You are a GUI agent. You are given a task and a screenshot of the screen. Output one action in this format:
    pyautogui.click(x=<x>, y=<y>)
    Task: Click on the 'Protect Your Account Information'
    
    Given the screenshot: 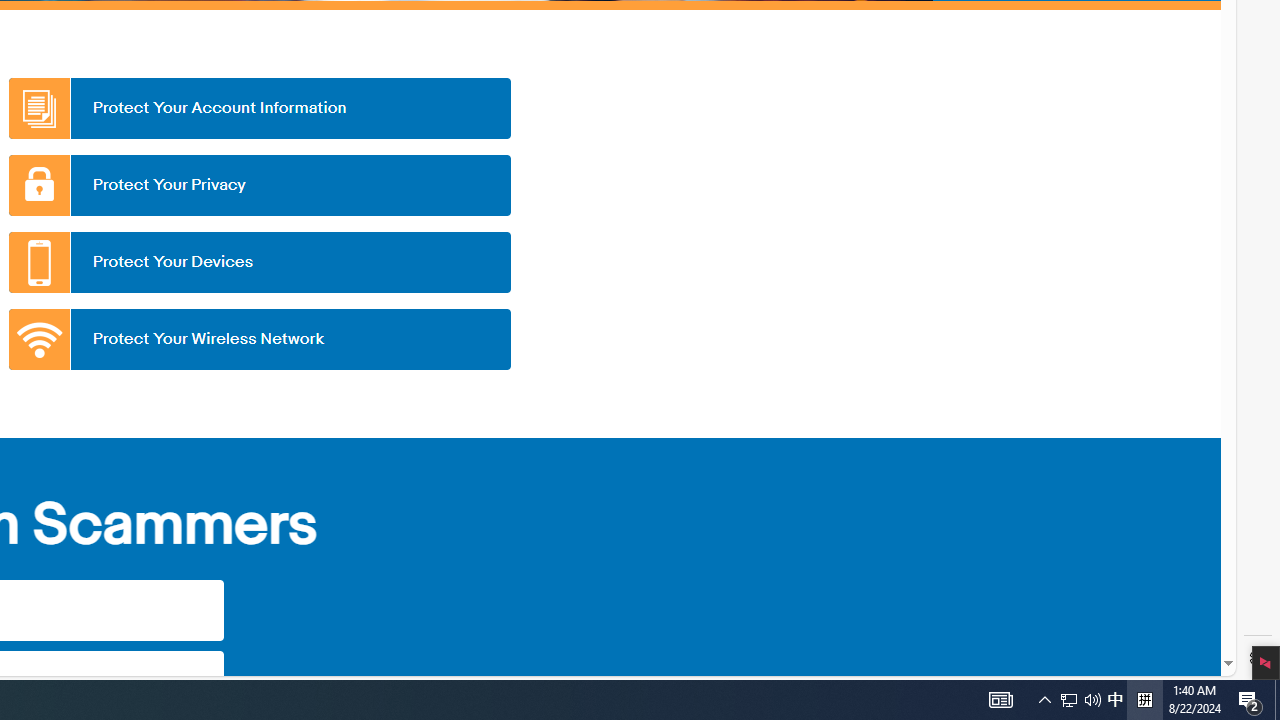 What is the action you would take?
    pyautogui.click(x=258, y=108)
    